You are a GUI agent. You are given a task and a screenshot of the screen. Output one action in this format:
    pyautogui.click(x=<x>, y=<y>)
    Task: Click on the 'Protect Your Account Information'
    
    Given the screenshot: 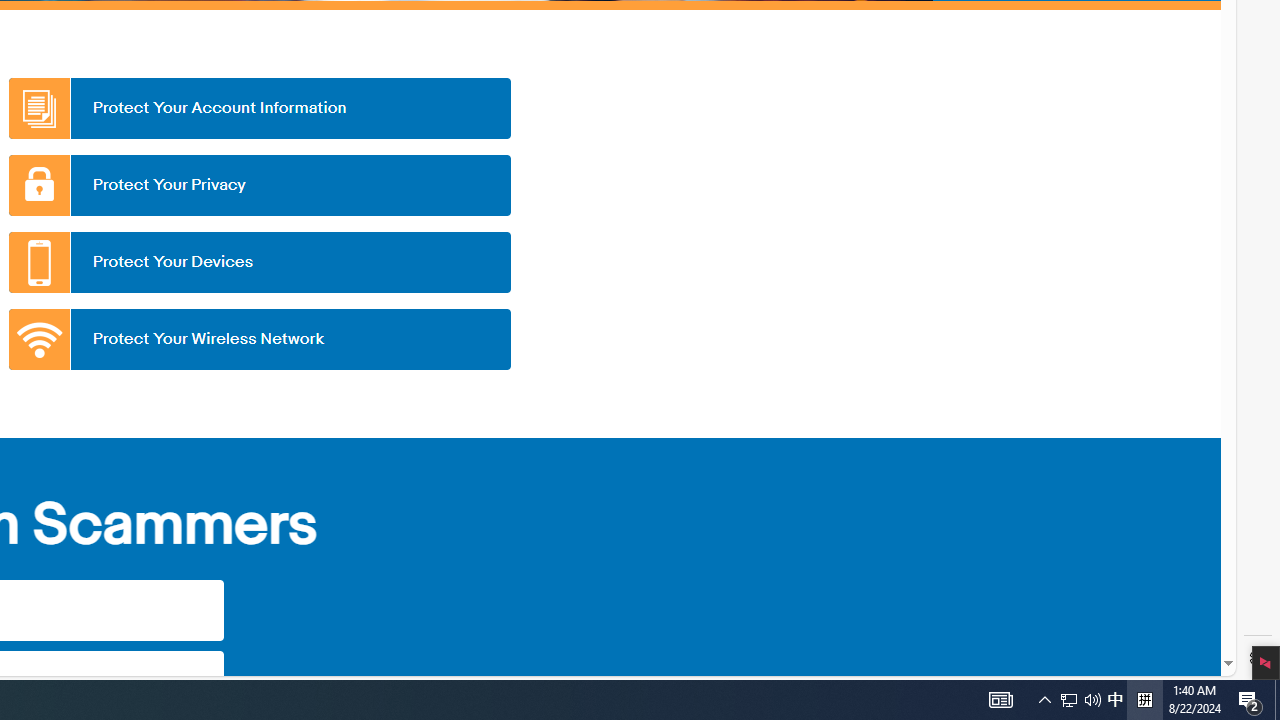 What is the action you would take?
    pyautogui.click(x=258, y=108)
    